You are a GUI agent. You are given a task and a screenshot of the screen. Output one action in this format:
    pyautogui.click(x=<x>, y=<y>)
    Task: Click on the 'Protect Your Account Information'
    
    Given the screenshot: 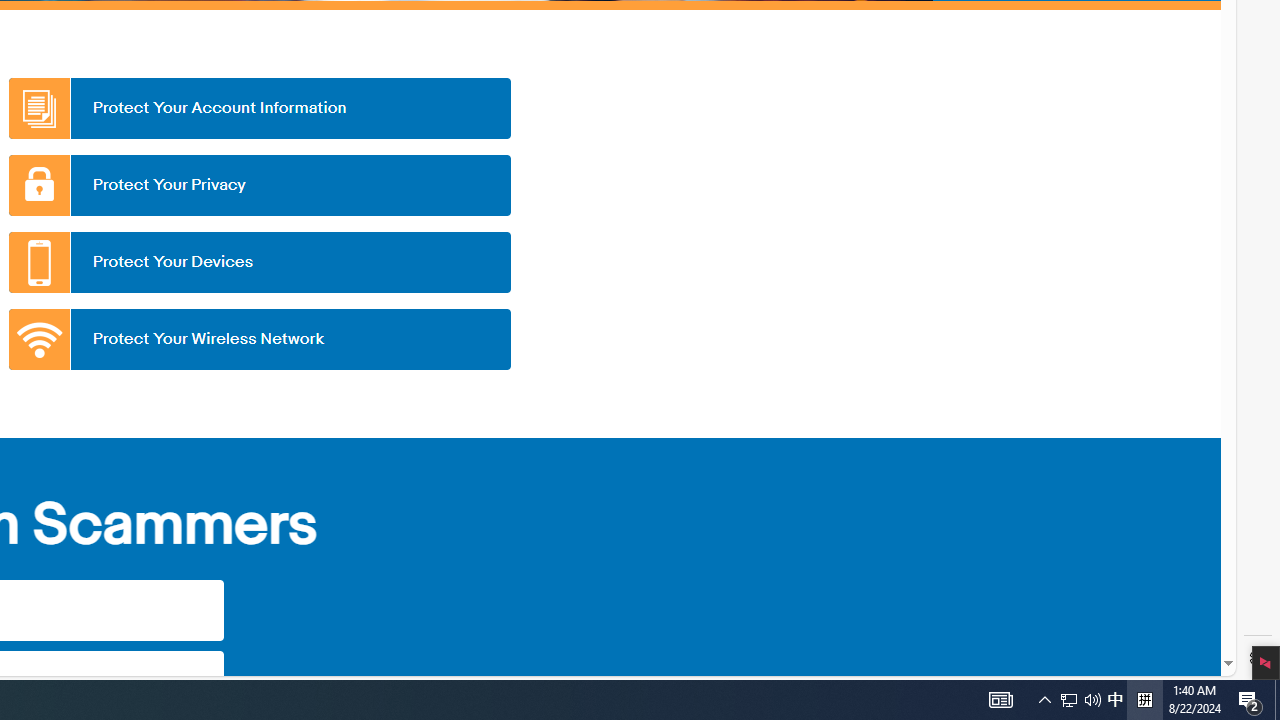 What is the action you would take?
    pyautogui.click(x=258, y=108)
    